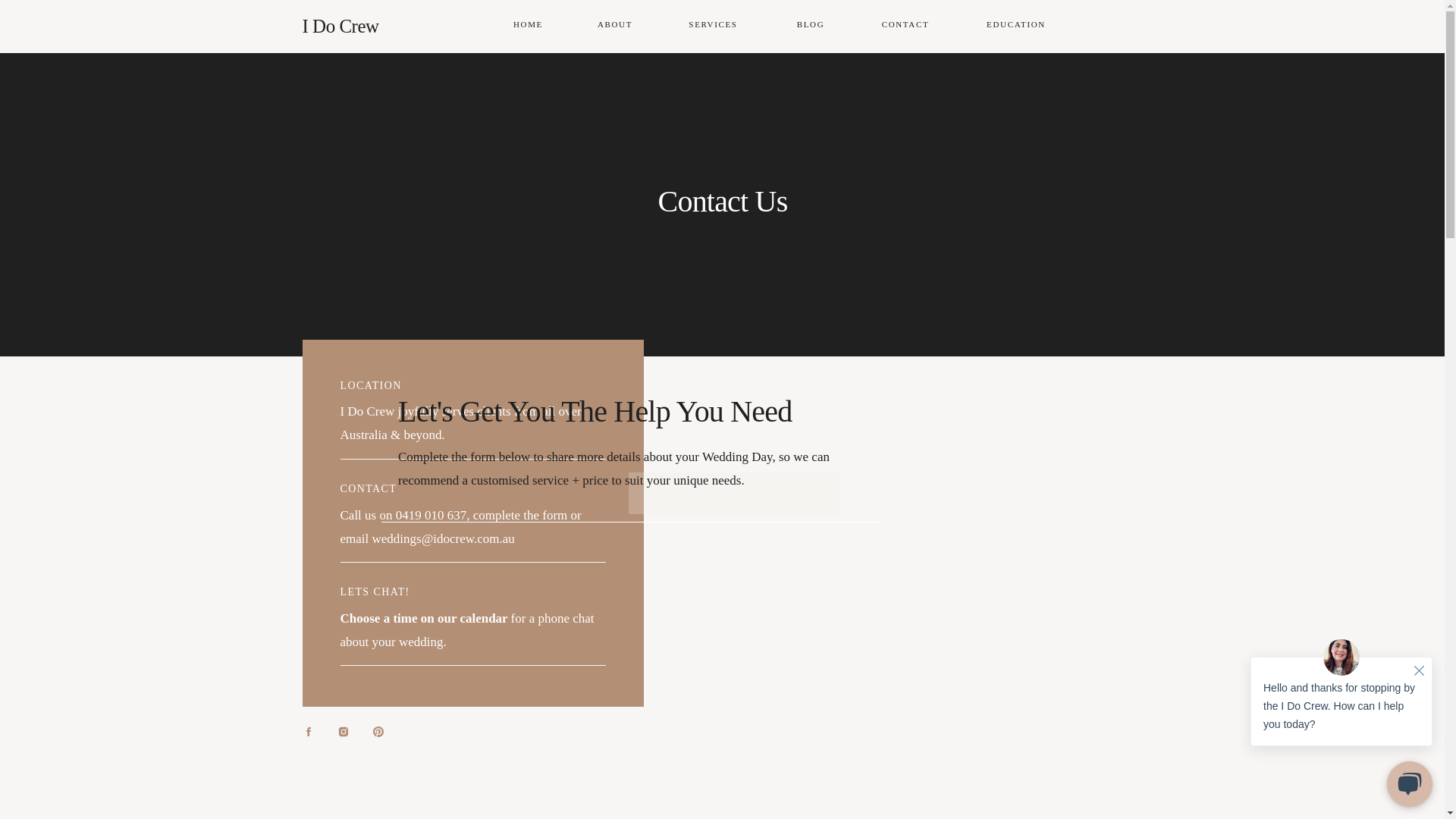 This screenshot has width=1456, height=819. I want to click on 'ABOUT', so click(615, 26).